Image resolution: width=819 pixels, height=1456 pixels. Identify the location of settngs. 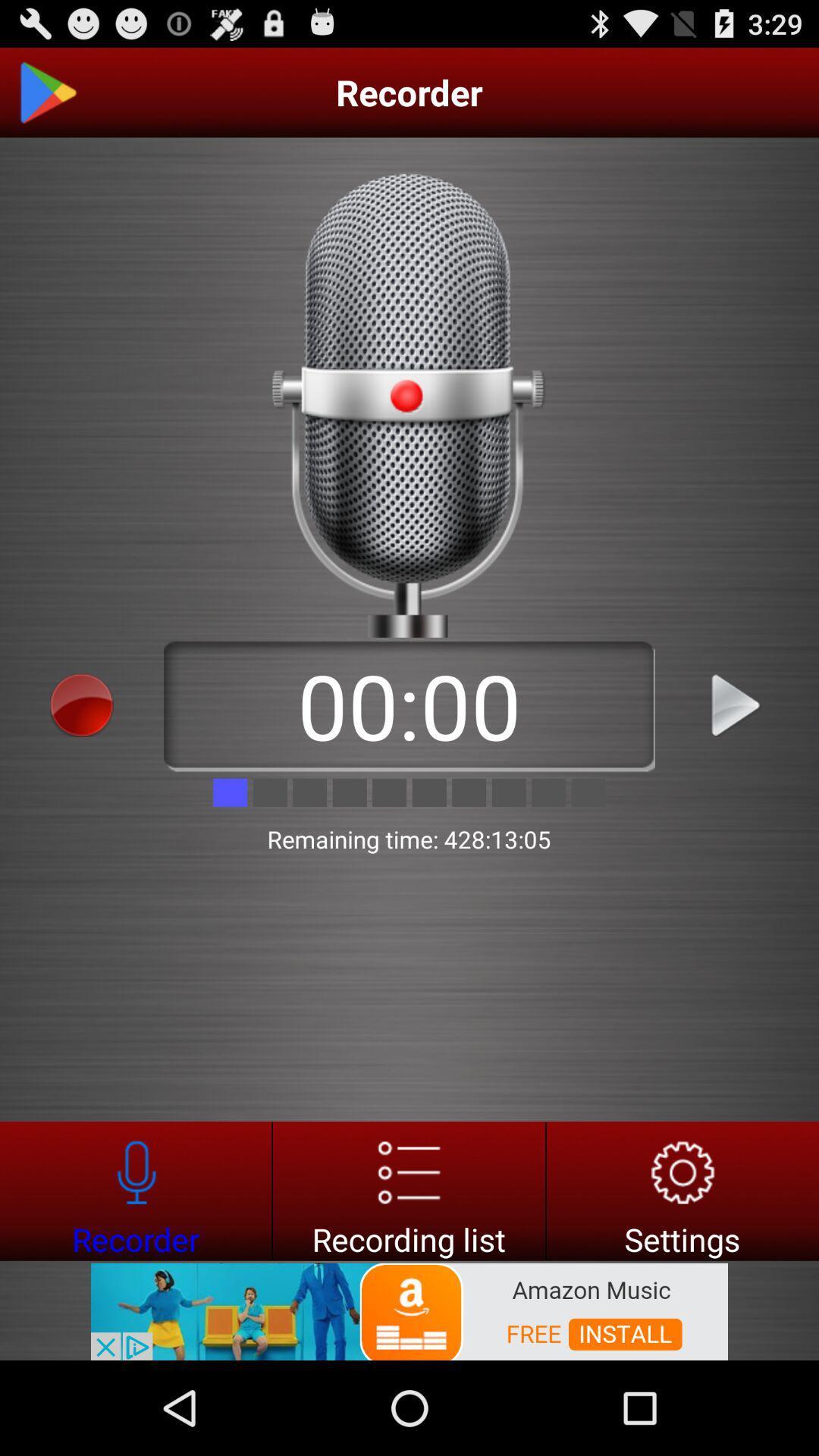
(682, 1190).